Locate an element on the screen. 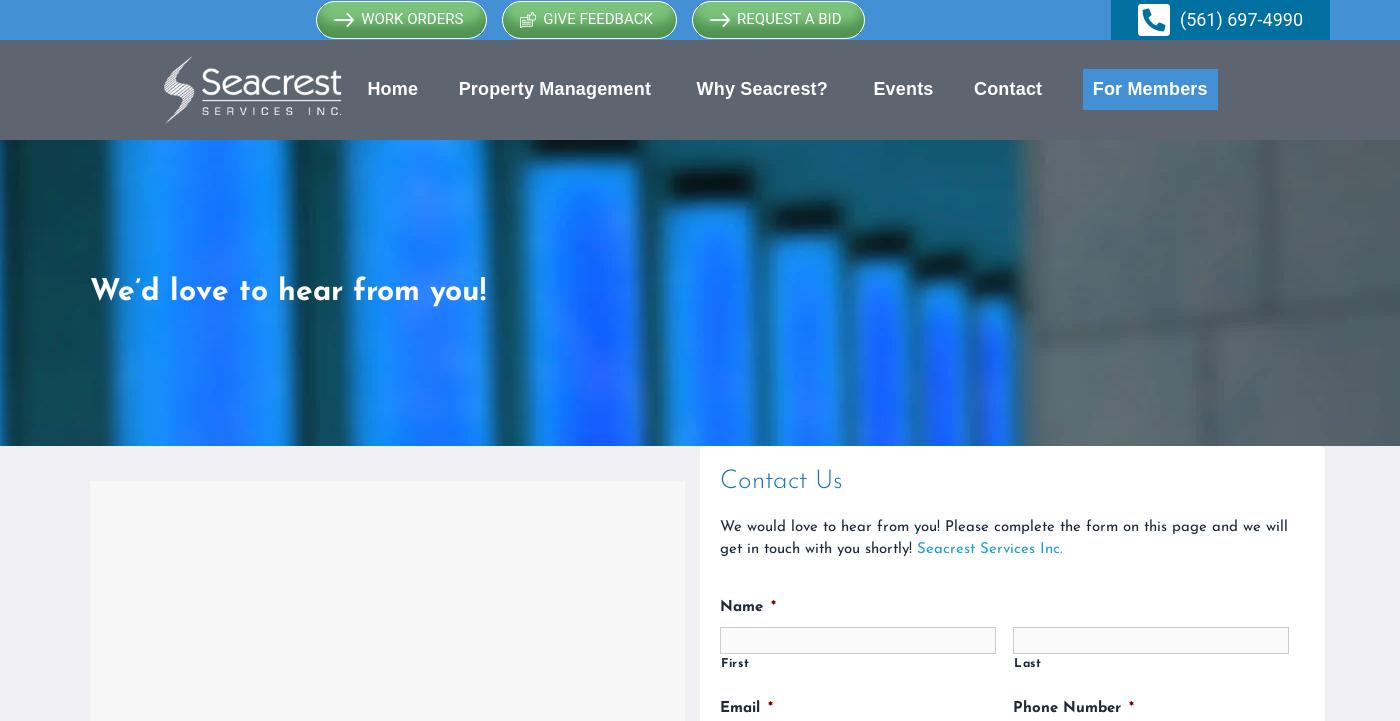 The image size is (1400, 721). 'Events' is located at coordinates (903, 87).